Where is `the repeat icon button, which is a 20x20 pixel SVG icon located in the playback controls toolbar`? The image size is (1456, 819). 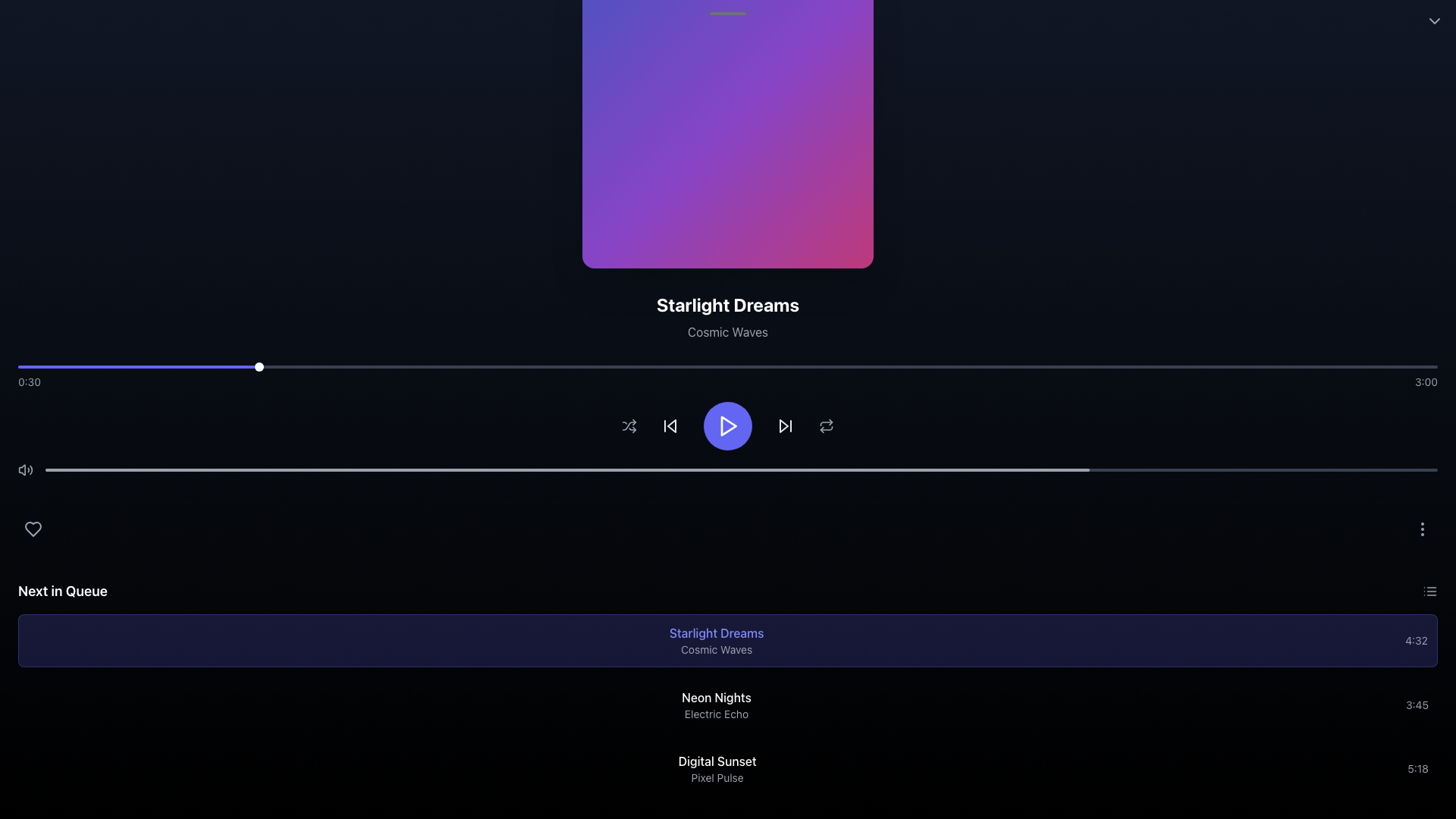 the repeat icon button, which is a 20x20 pixel SVG icon located in the playback controls toolbar is located at coordinates (825, 426).